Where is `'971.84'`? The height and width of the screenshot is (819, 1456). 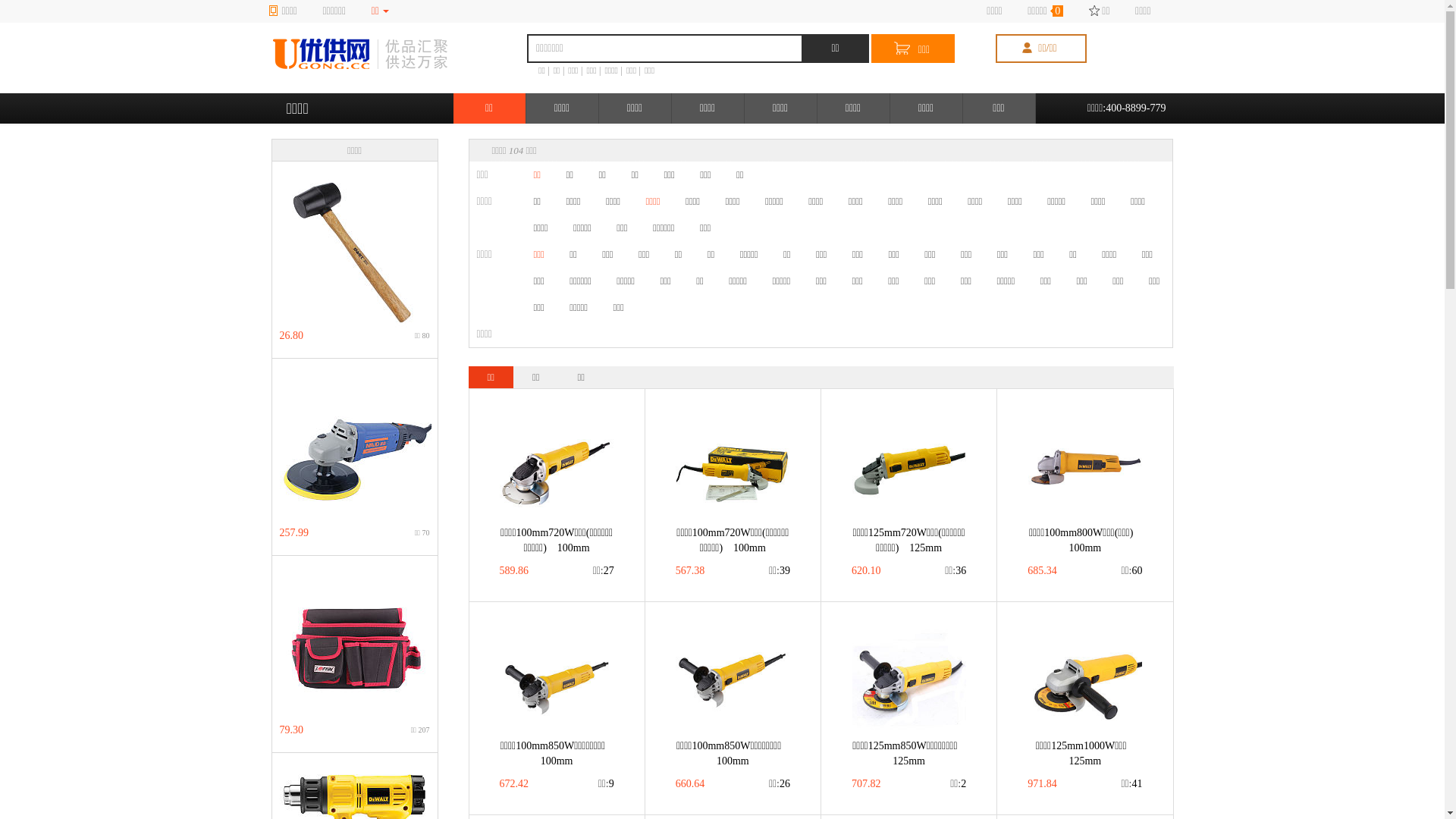 '971.84' is located at coordinates (1041, 783).